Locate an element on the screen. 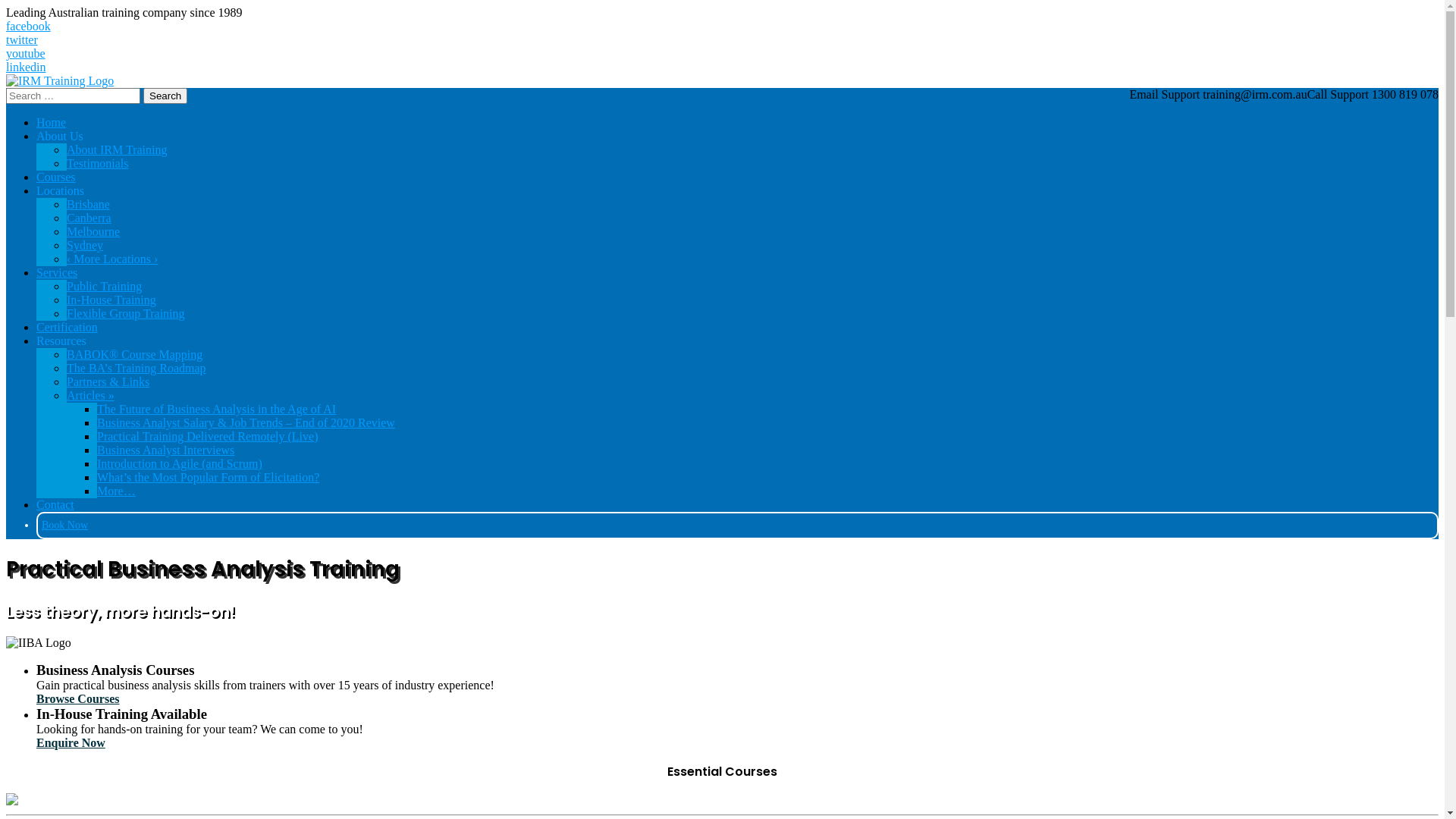 This screenshot has height=819, width=1456. 'About Us' is located at coordinates (59, 135).